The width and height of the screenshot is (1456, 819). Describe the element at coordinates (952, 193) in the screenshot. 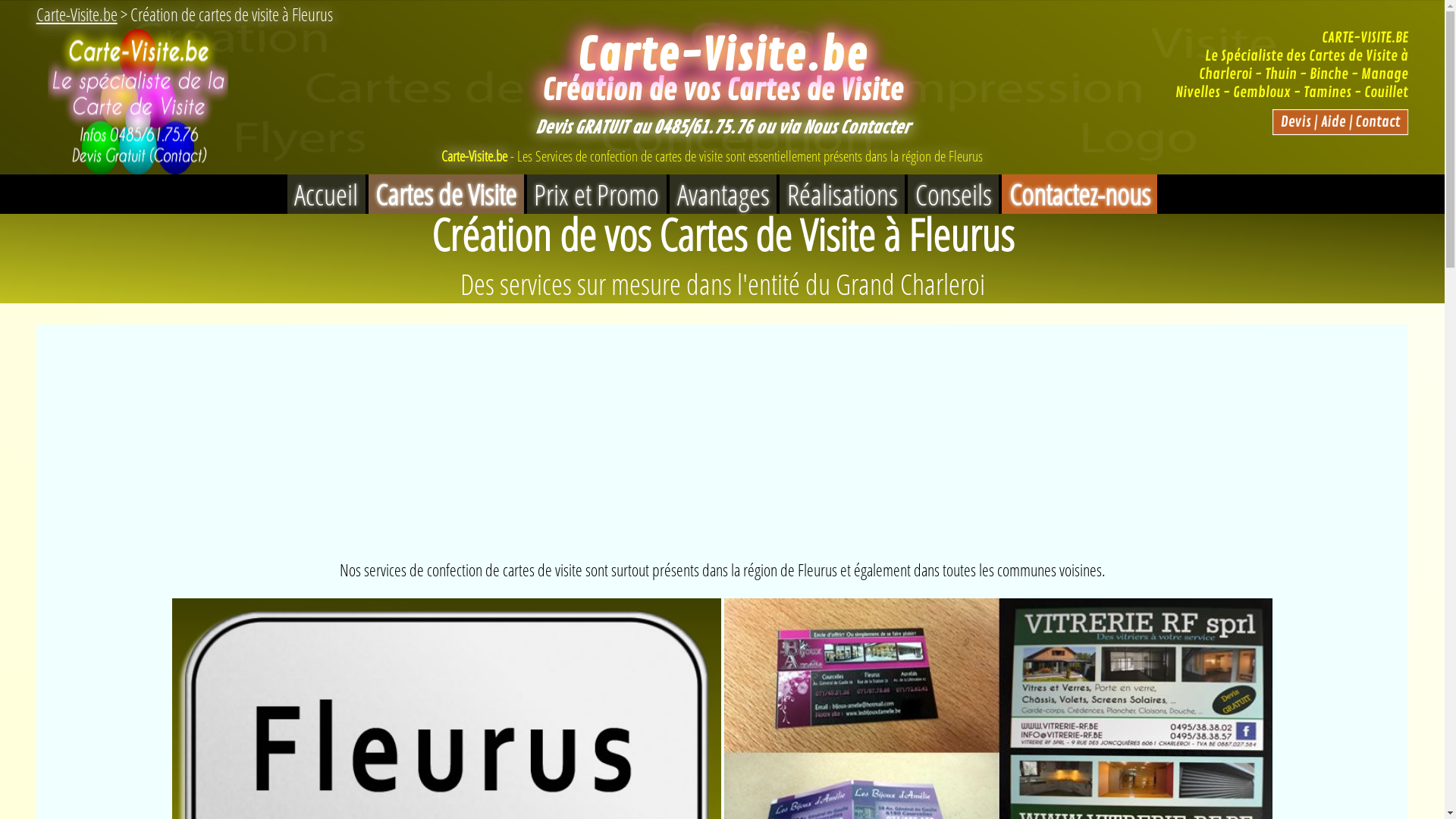

I see `'Conseils'` at that location.